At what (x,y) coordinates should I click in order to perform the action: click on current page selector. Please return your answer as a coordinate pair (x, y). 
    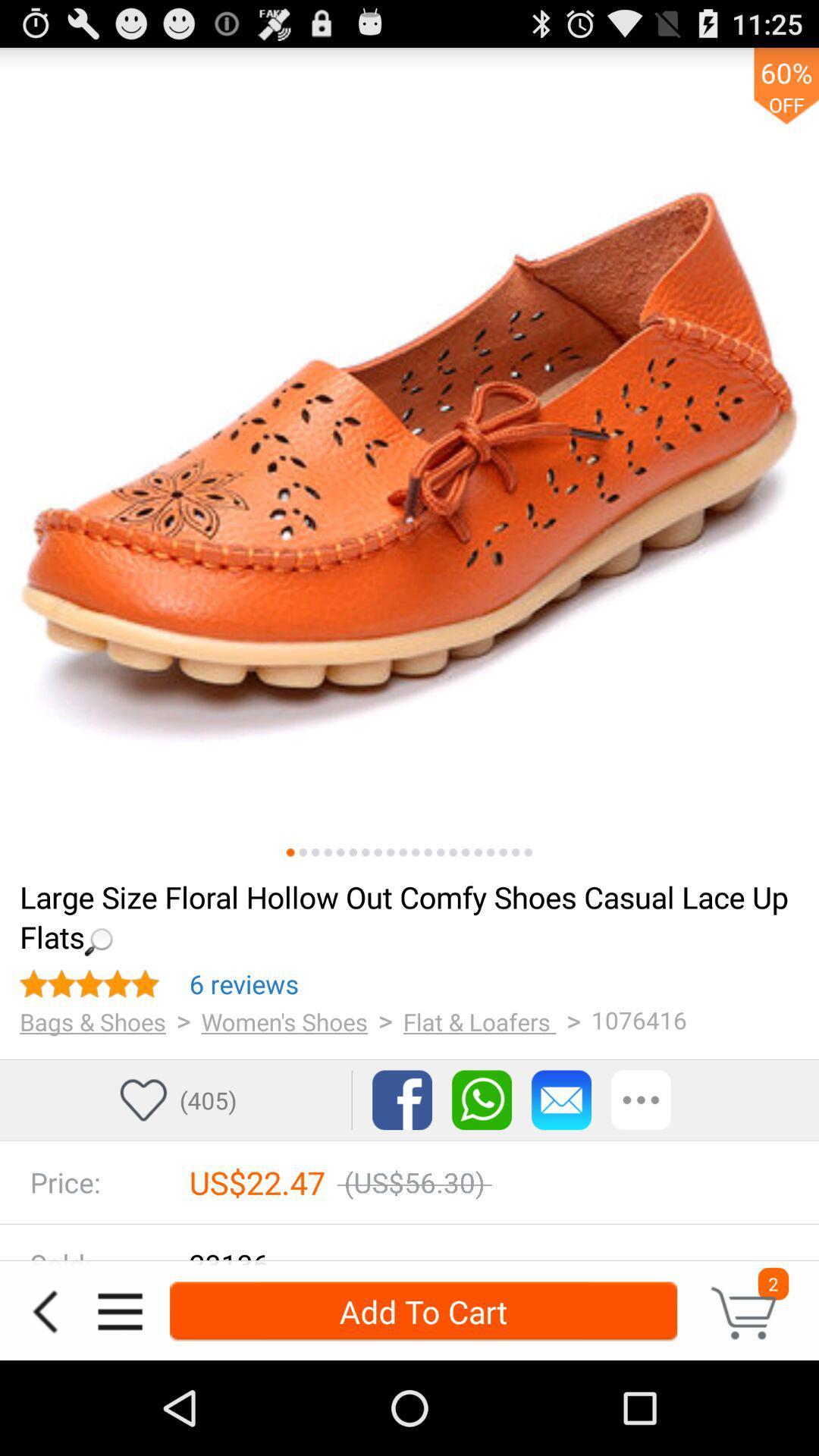
    Looking at the image, I should click on (290, 852).